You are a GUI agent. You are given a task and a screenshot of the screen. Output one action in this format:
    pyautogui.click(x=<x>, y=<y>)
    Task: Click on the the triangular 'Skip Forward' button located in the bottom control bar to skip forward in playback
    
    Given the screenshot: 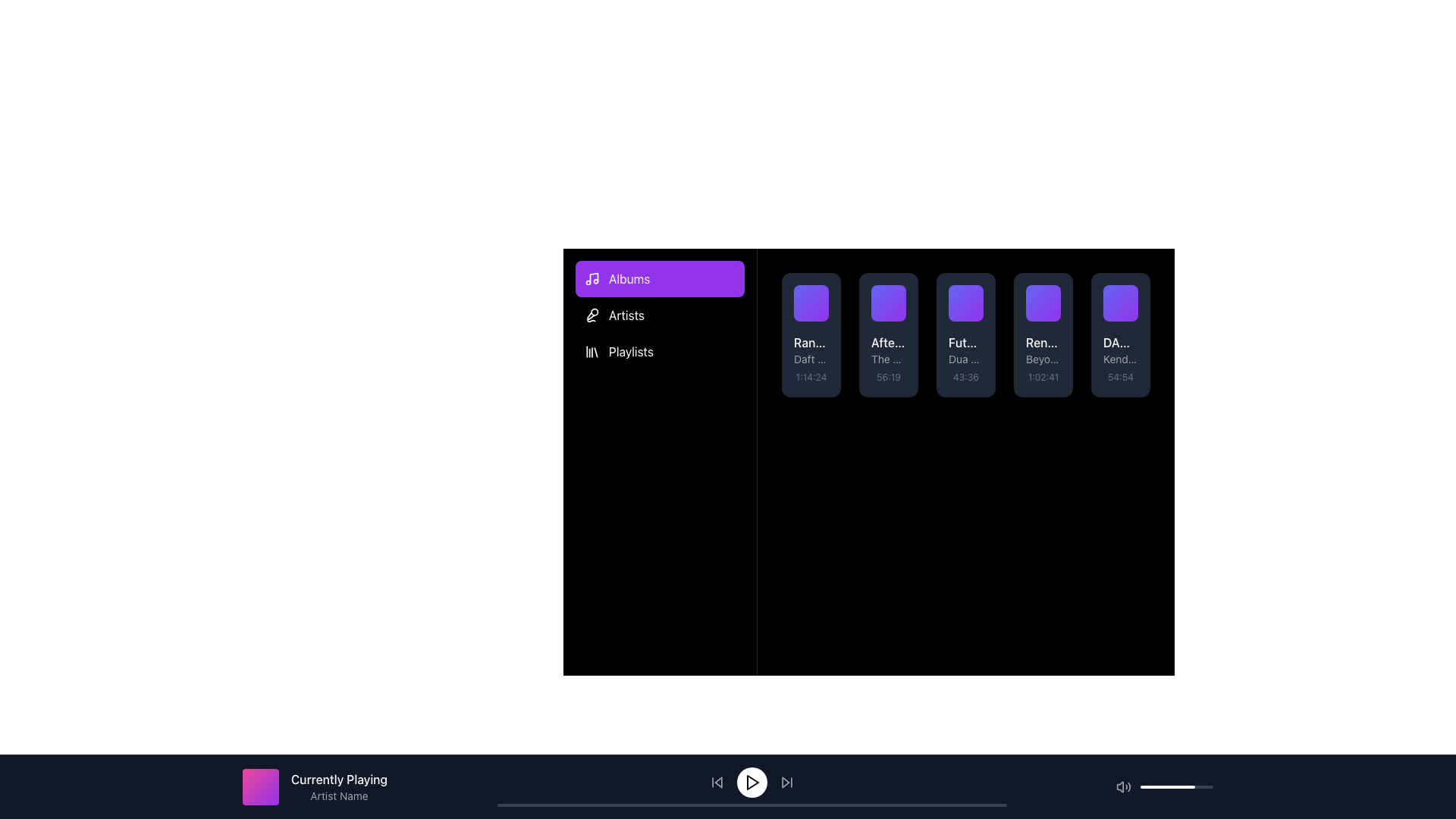 What is the action you would take?
    pyautogui.click(x=785, y=783)
    